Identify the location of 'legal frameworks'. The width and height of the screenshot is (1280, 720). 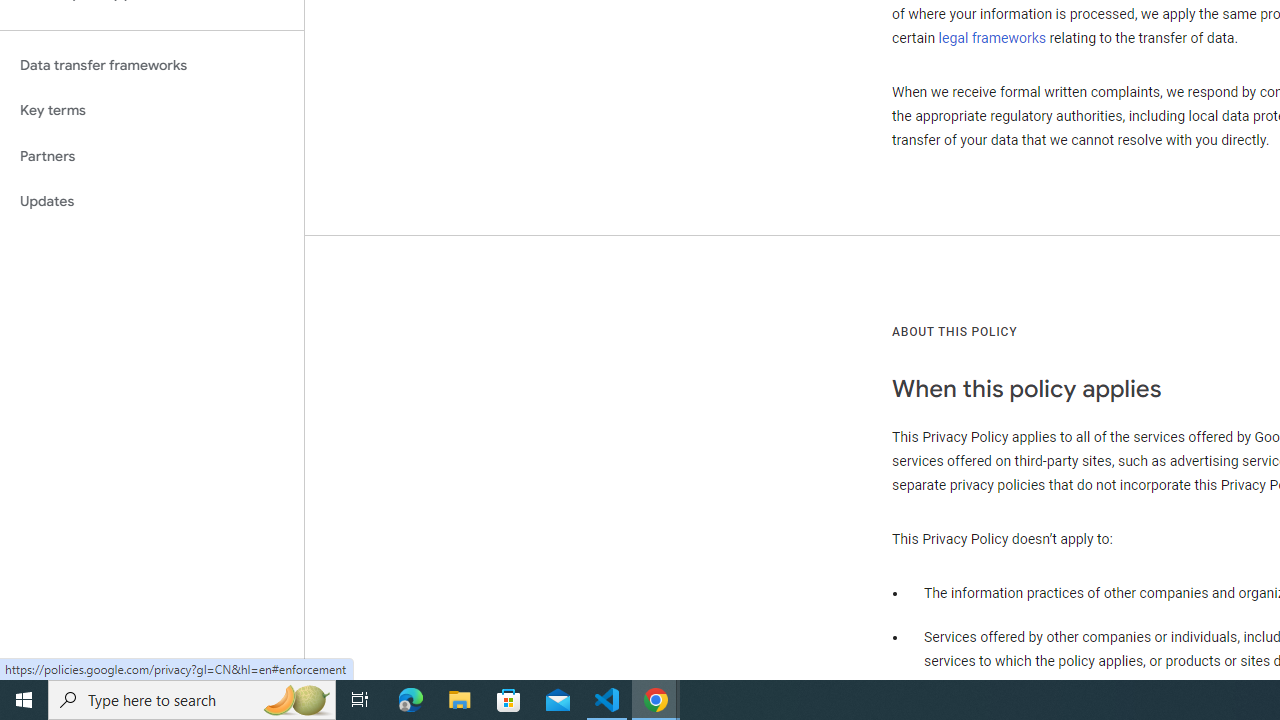
(992, 37).